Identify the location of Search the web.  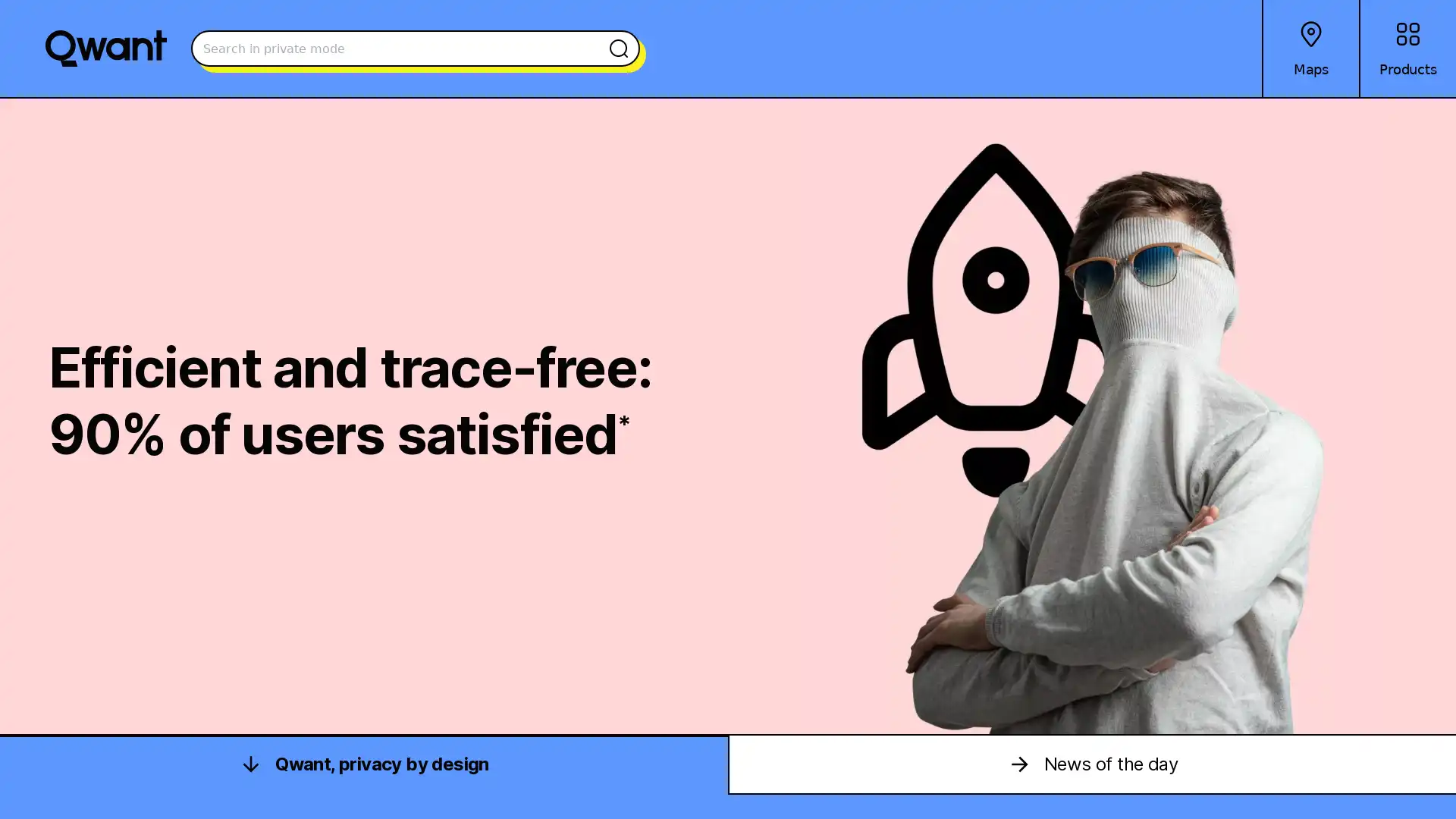
(619, 48).